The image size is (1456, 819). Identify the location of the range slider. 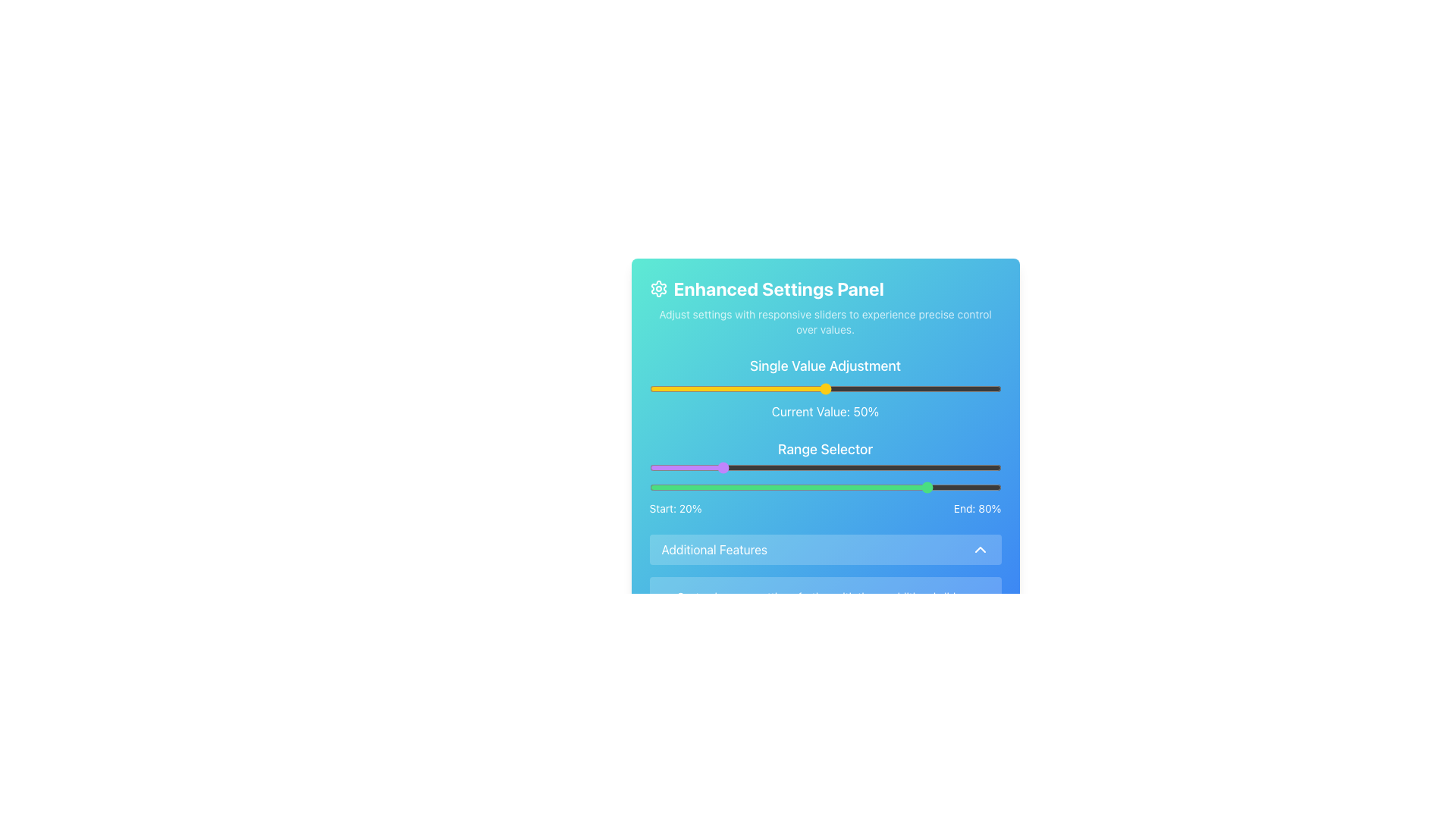
(994, 467).